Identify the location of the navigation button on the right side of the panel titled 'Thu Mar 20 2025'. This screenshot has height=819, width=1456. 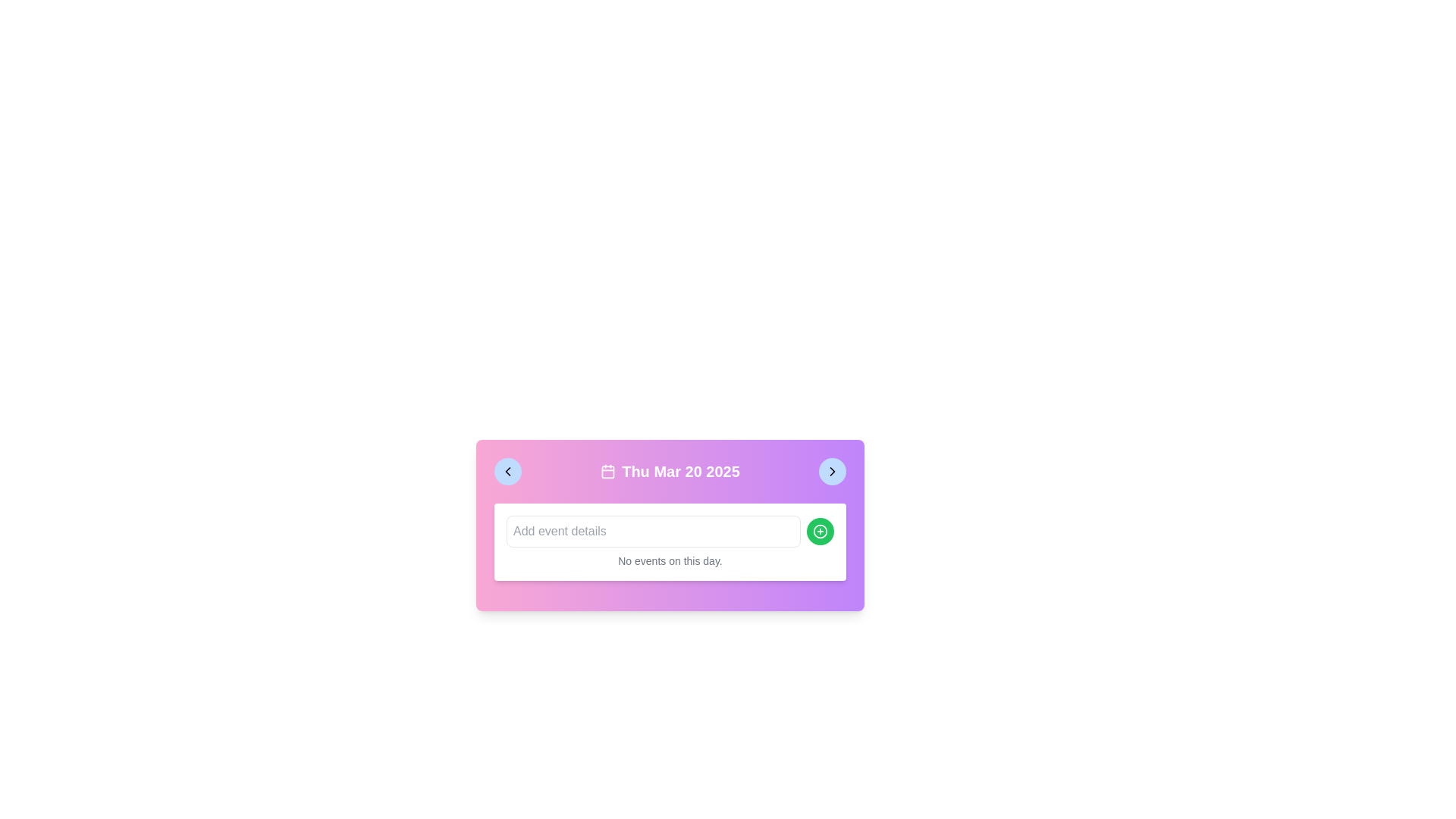
(832, 470).